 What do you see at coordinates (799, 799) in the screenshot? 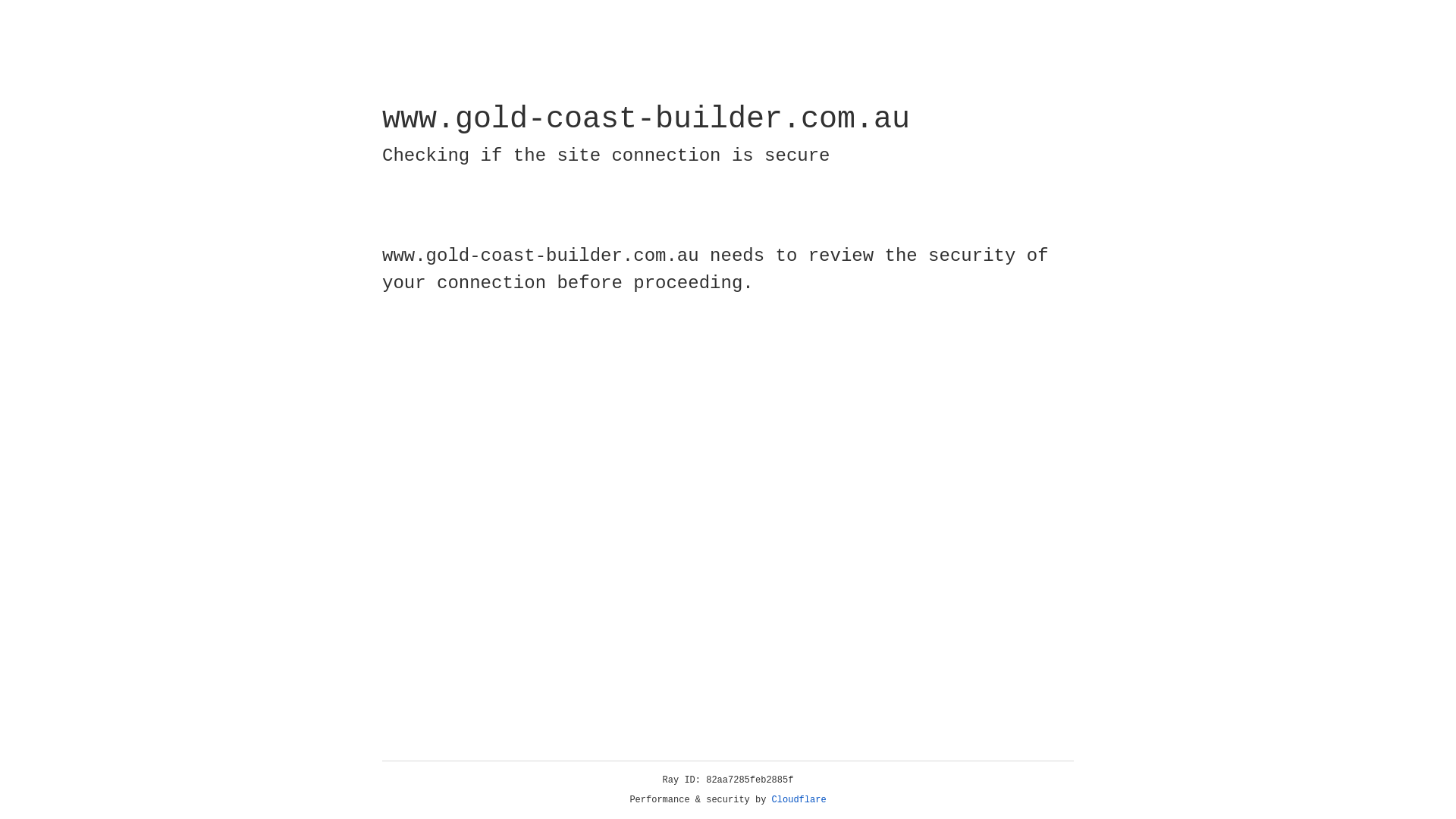
I see `'Cloudflare'` at bounding box center [799, 799].